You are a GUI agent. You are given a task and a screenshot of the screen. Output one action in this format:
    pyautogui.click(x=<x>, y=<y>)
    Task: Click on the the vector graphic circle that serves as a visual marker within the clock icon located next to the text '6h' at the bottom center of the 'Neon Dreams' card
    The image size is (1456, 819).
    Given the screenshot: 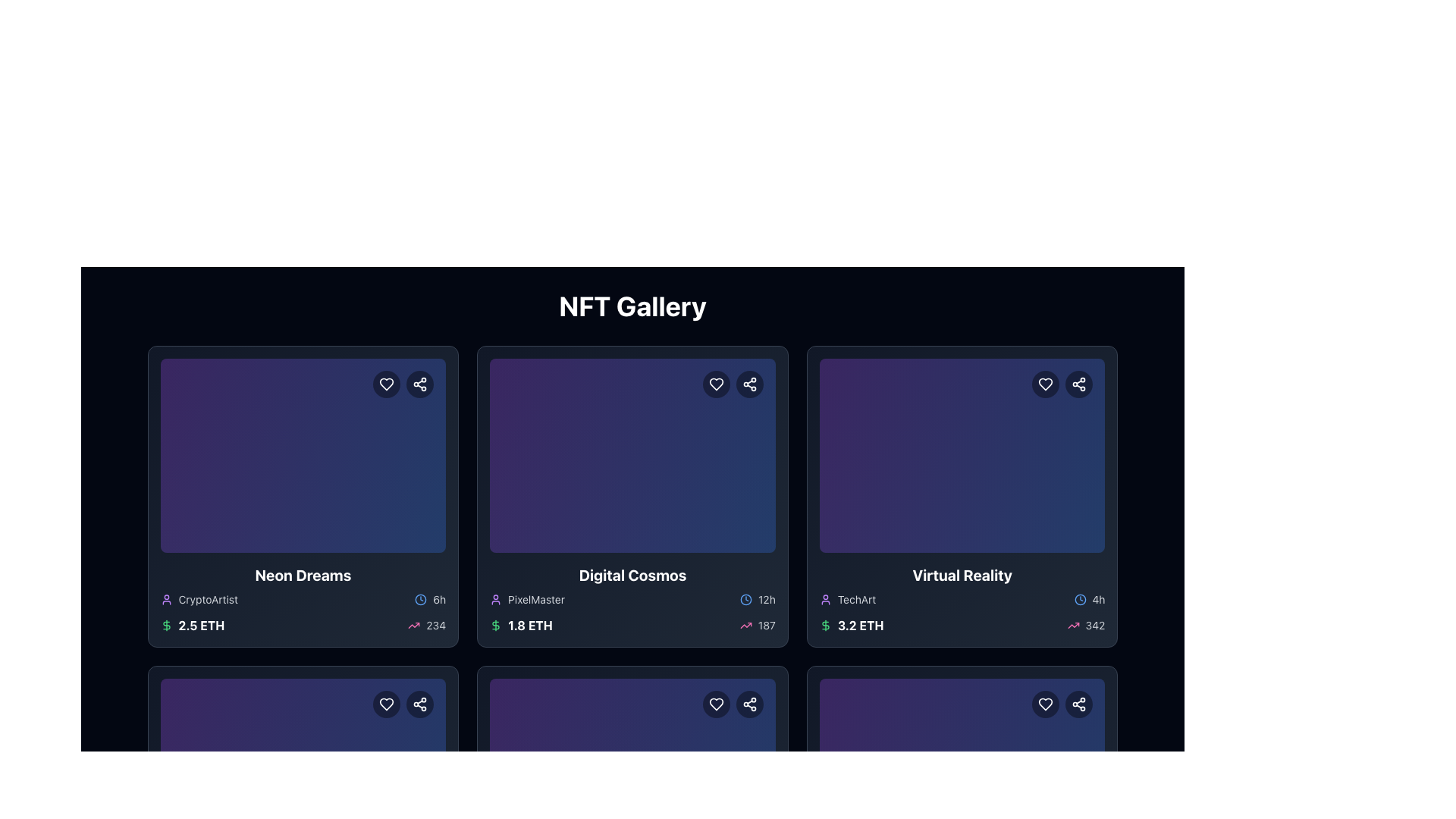 What is the action you would take?
    pyautogui.click(x=421, y=598)
    